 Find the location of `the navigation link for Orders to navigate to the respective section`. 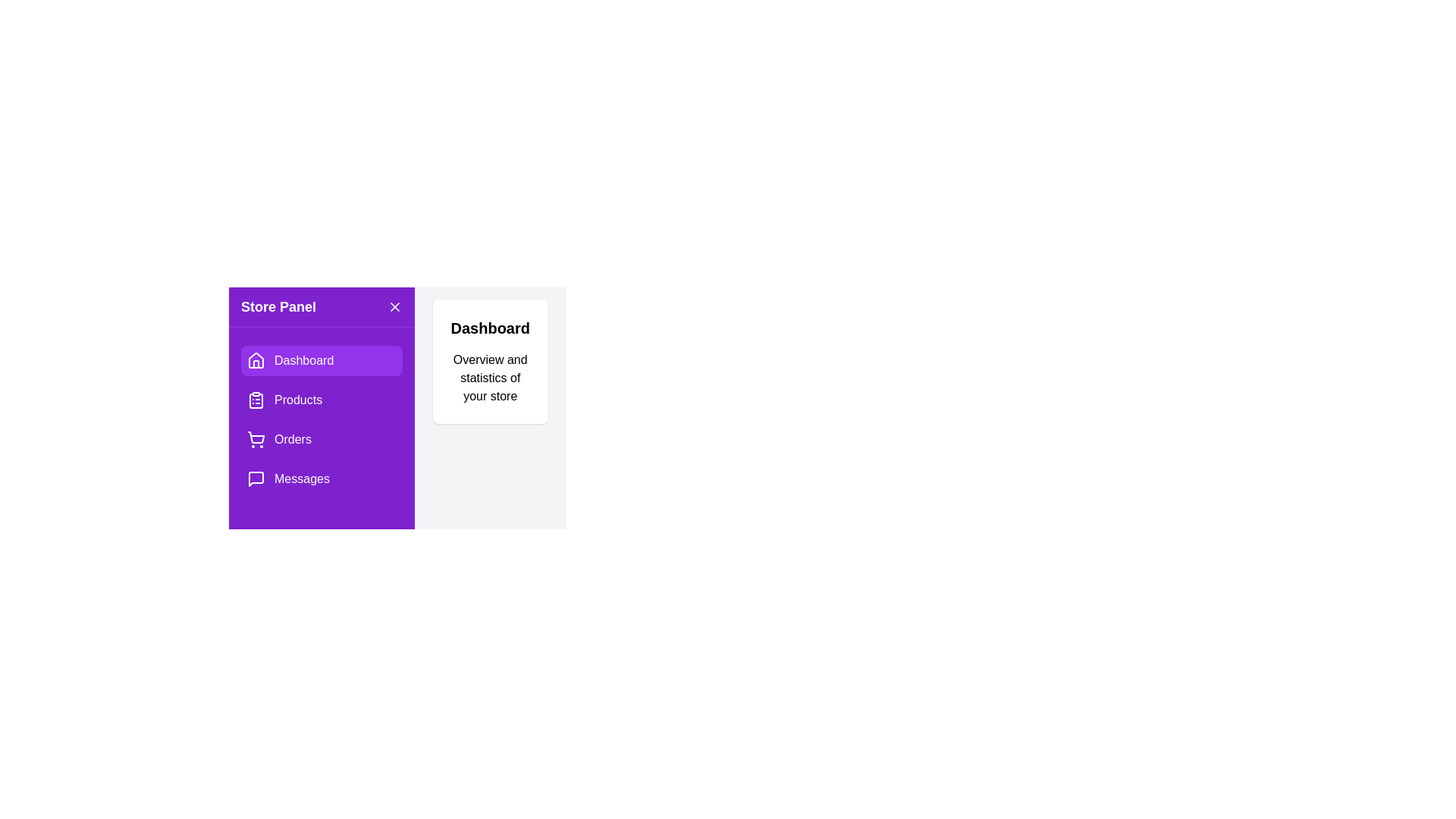

the navigation link for Orders to navigate to the respective section is located at coordinates (320, 439).